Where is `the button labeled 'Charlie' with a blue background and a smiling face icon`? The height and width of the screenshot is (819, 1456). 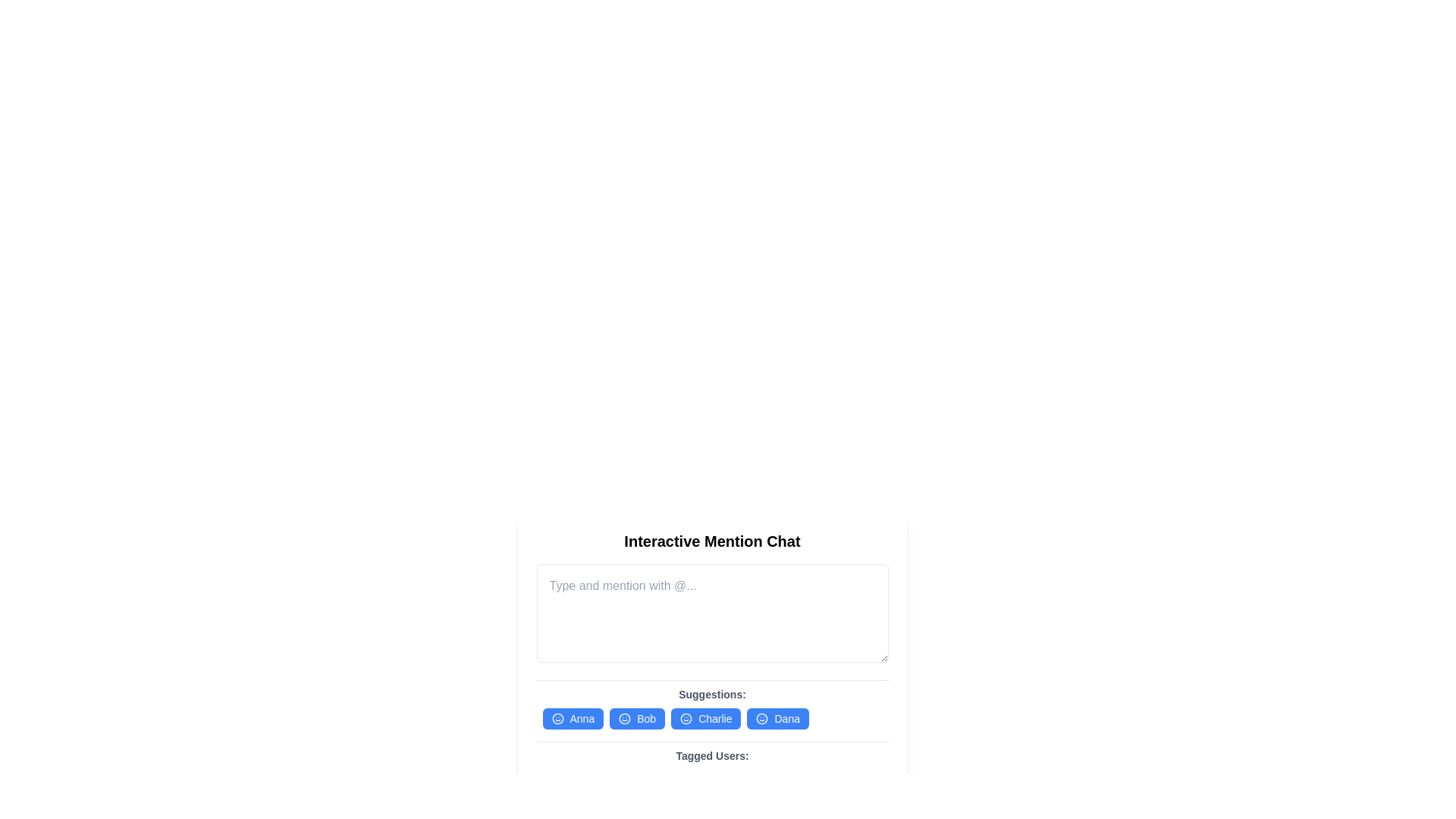
the button labeled 'Charlie' with a blue background and a smiling face icon is located at coordinates (705, 718).